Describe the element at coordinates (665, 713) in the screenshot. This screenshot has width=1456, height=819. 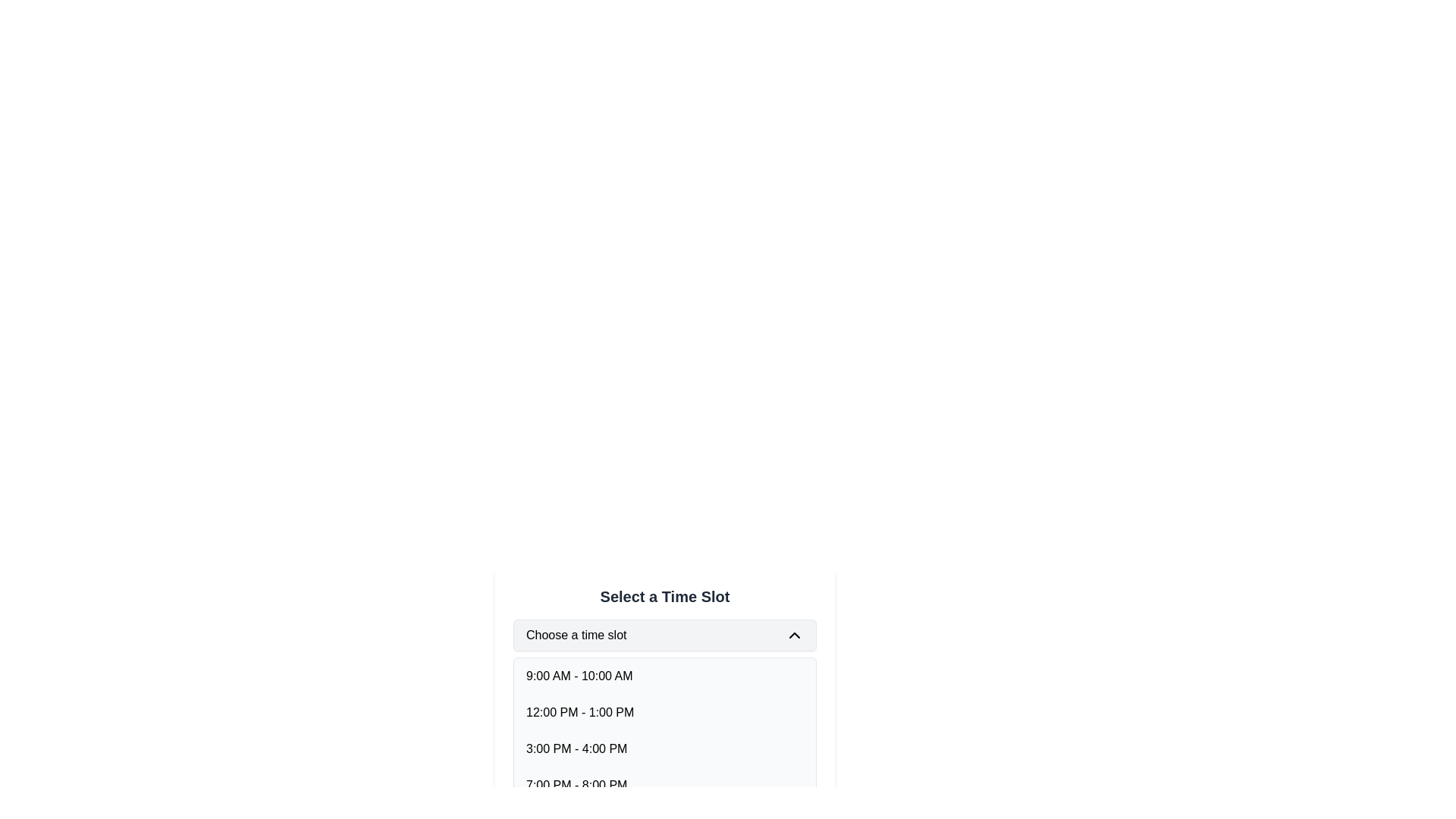
I see `the second time slot option in the selectable list titled 'Select a Time Slot'` at that location.